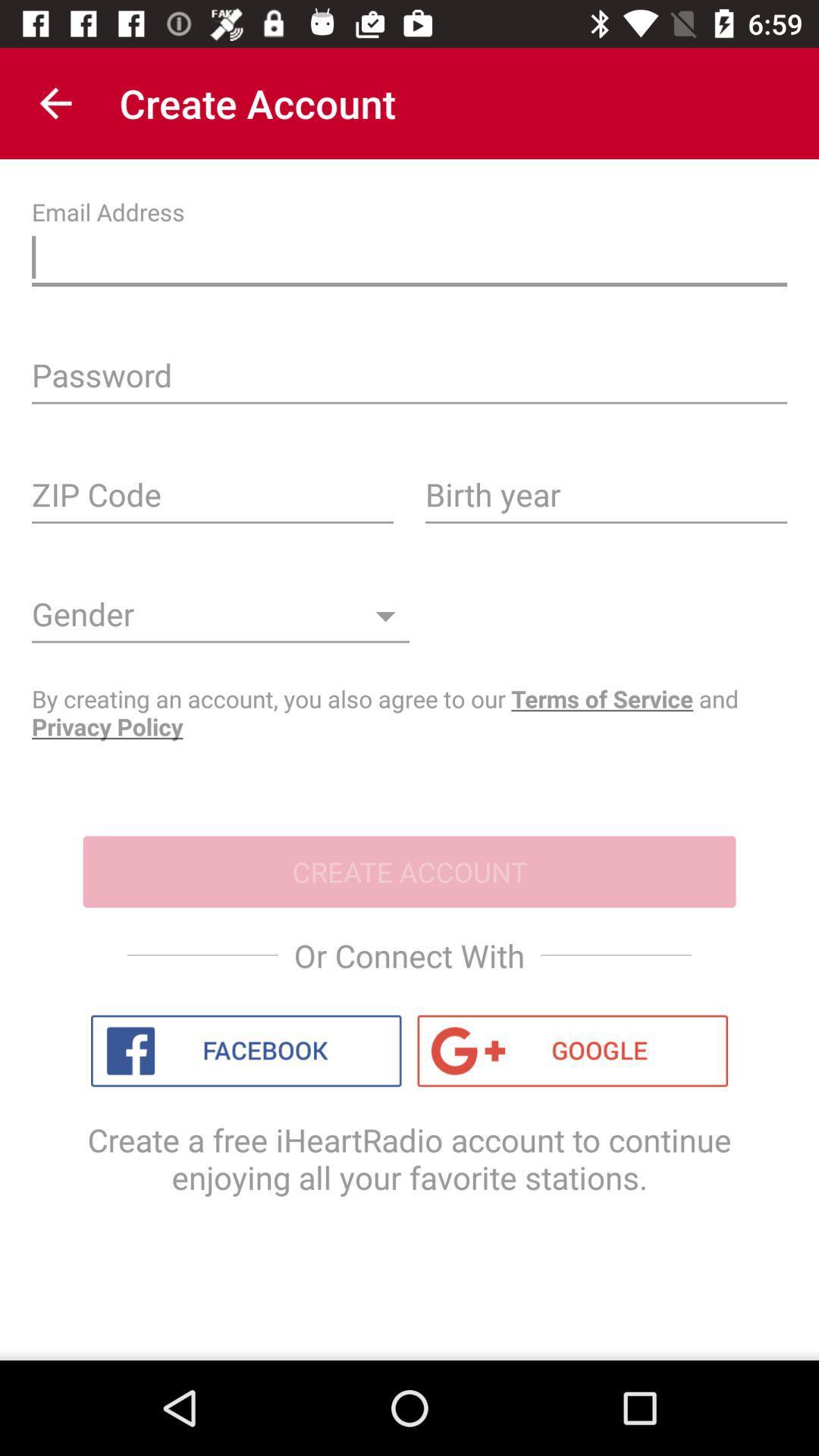 The width and height of the screenshot is (819, 1456). Describe the element at coordinates (245, 1050) in the screenshot. I see `connect with facebook` at that location.